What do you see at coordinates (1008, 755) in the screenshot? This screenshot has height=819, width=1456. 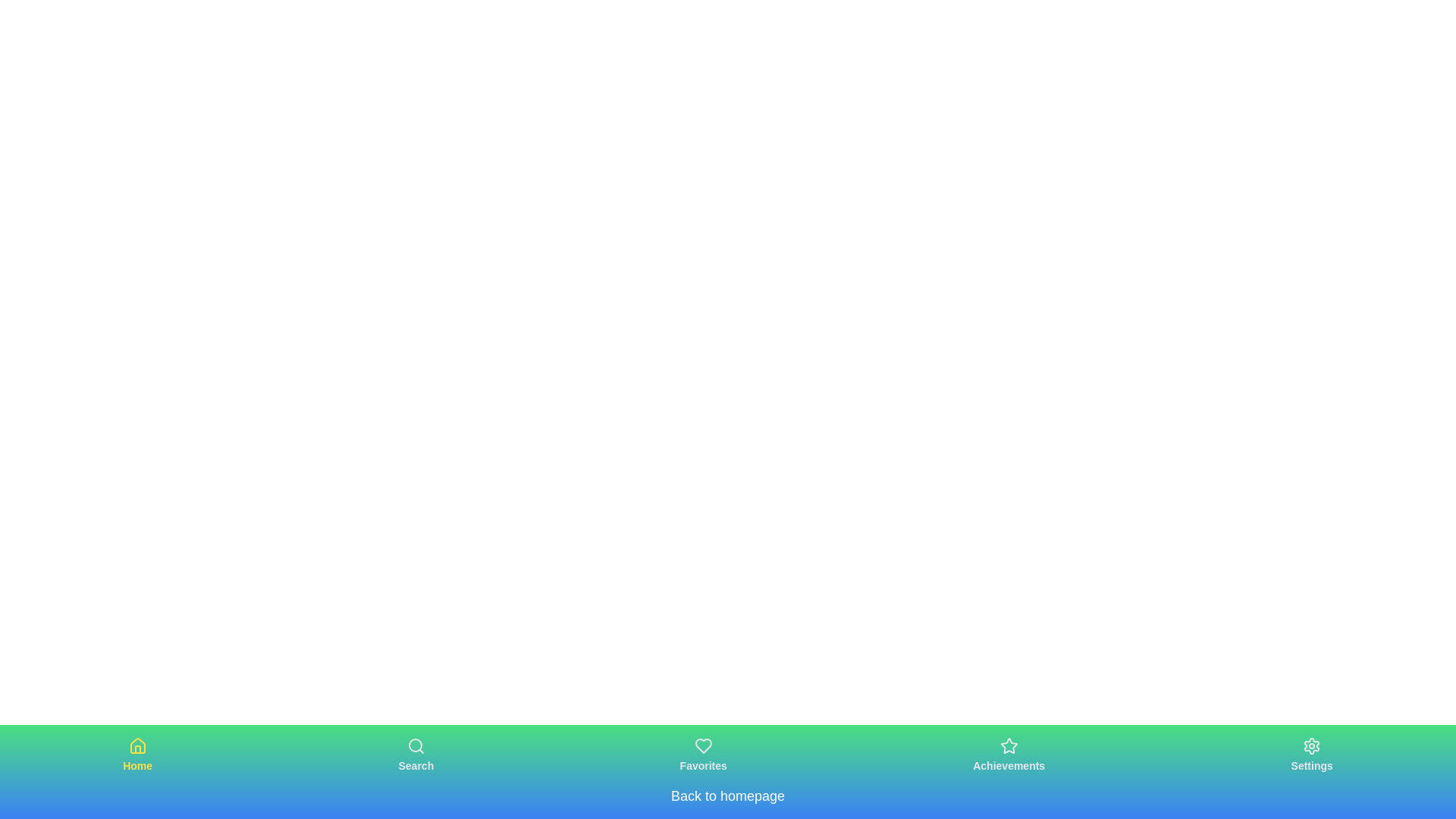 I see `the tab labeled Achievements` at bounding box center [1008, 755].